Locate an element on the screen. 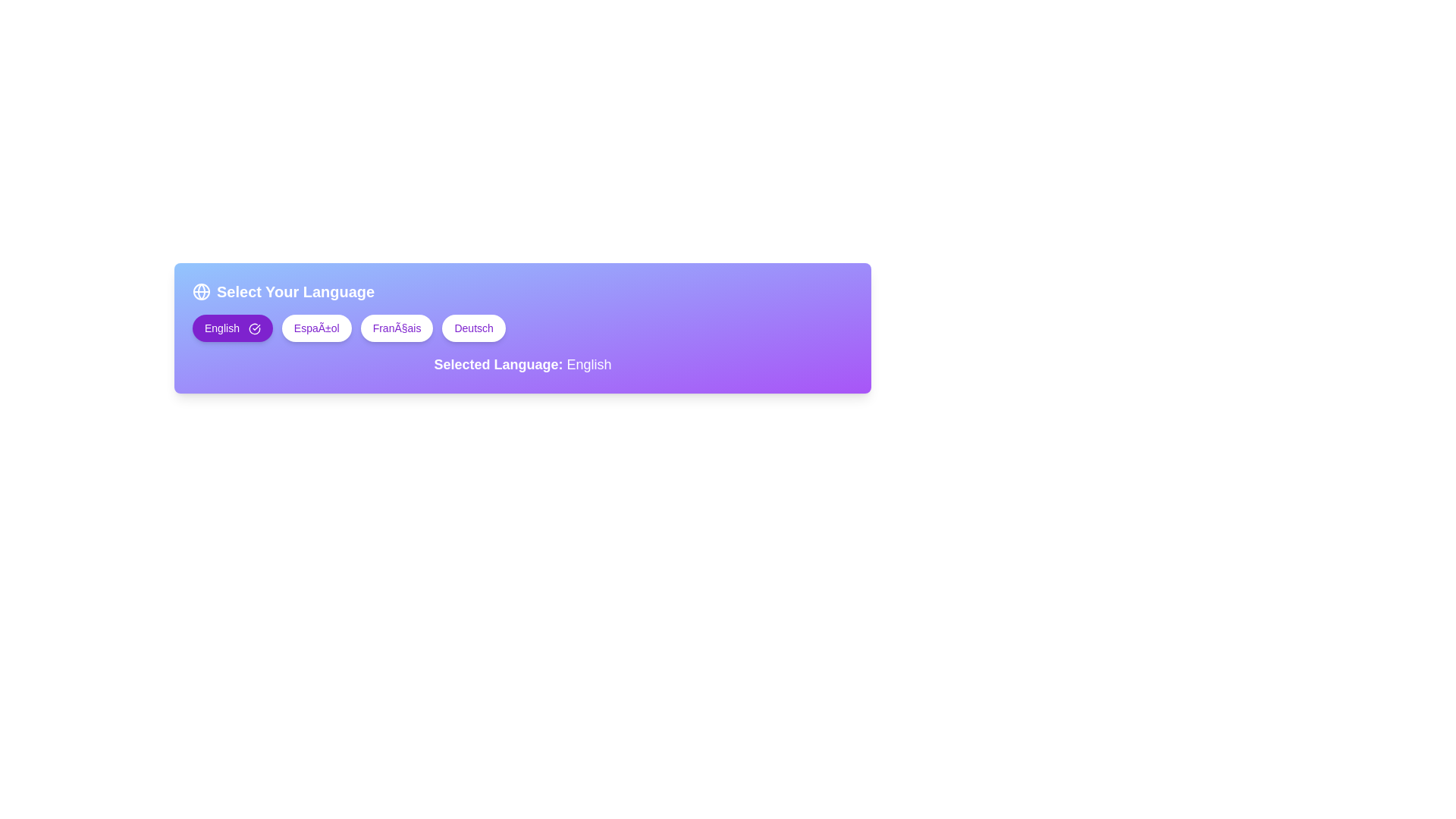 This screenshot has height=819, width=1456. the 'Deutsch' language selection button is located at coordinates (473, 327).